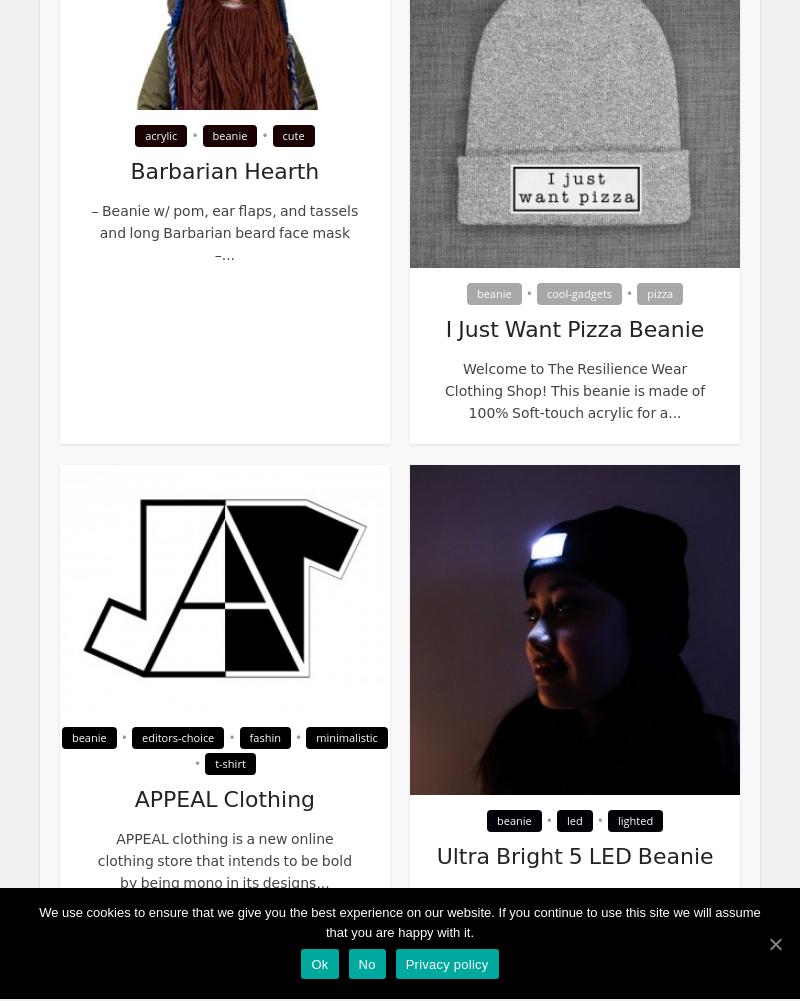  I want to click on 'We use cookies to ensure that we give you the best experience on our website. If you continue to use this site we will assume that you are happy with it.', so click(398, 922).